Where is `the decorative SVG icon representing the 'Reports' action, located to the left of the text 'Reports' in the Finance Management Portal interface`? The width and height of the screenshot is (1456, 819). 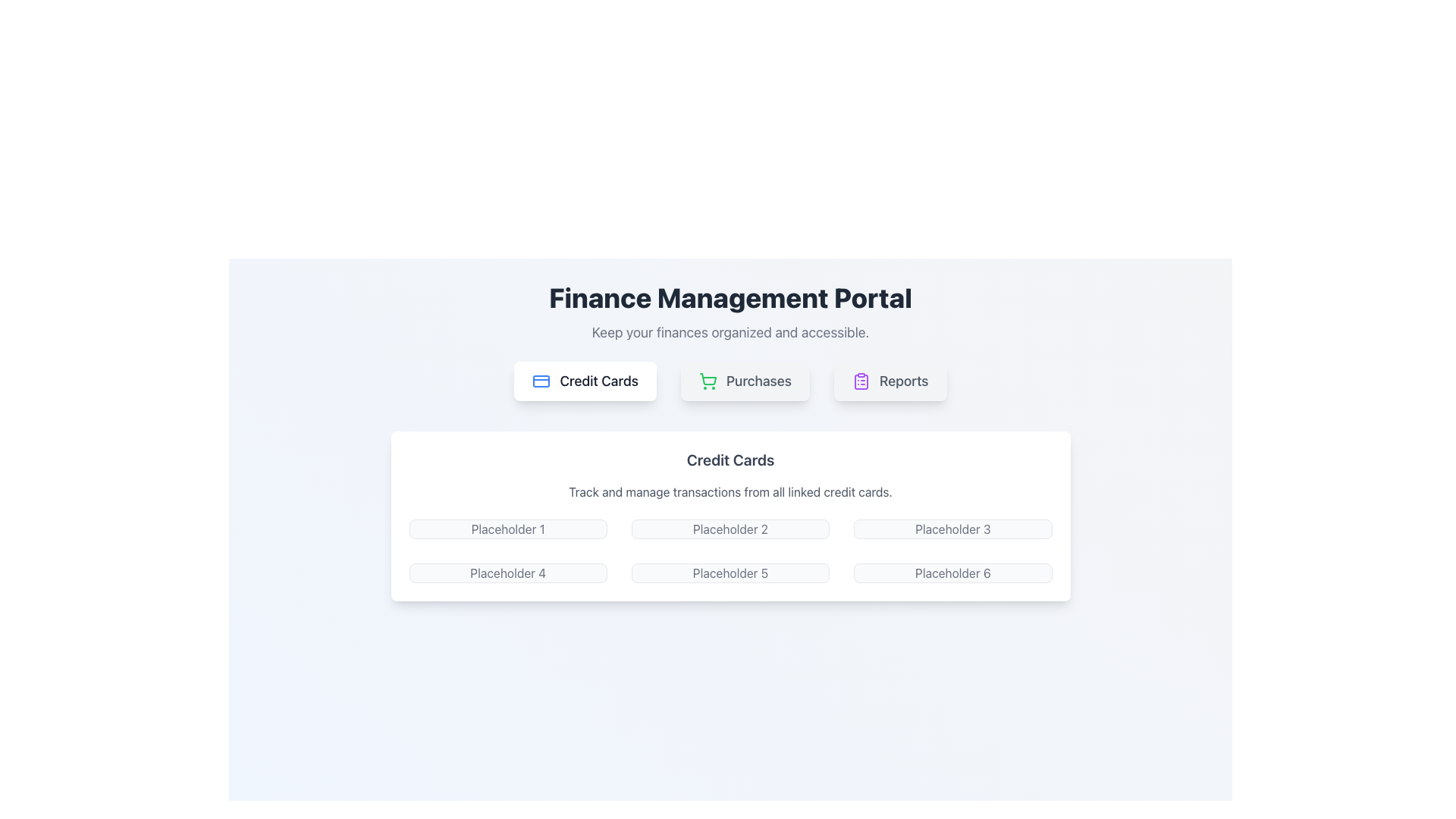
the decorative SVG icon representing the 'Reports' action, located to the left of the text 'Reports' in the Finance Management Portal interface is located at coordinates (861, 380).